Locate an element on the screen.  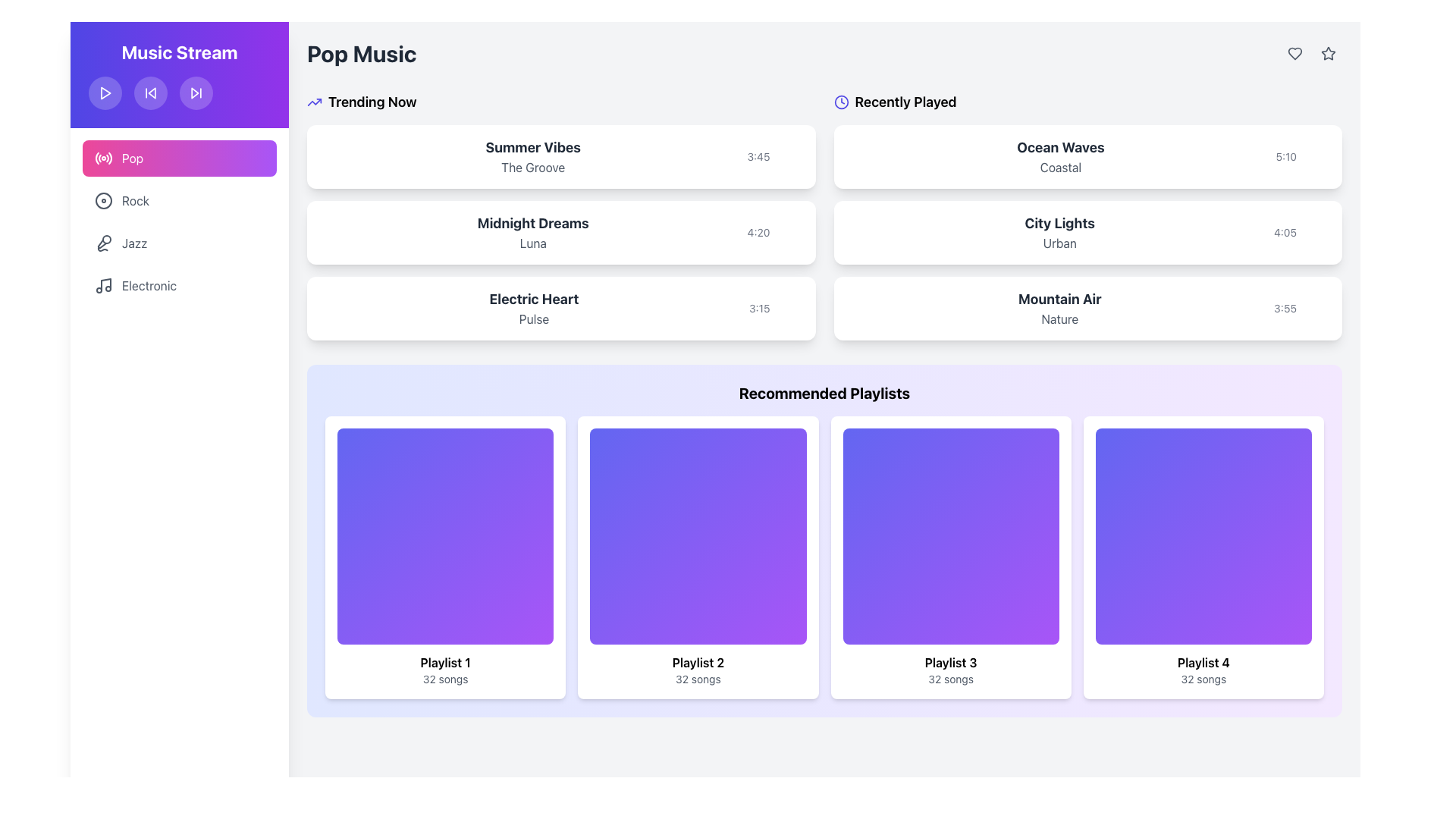
the Interactive Card titled 'Playlist 4', which is the fourth card in the 'Recommended Playlists' section is located at coordinates (1203, 557).